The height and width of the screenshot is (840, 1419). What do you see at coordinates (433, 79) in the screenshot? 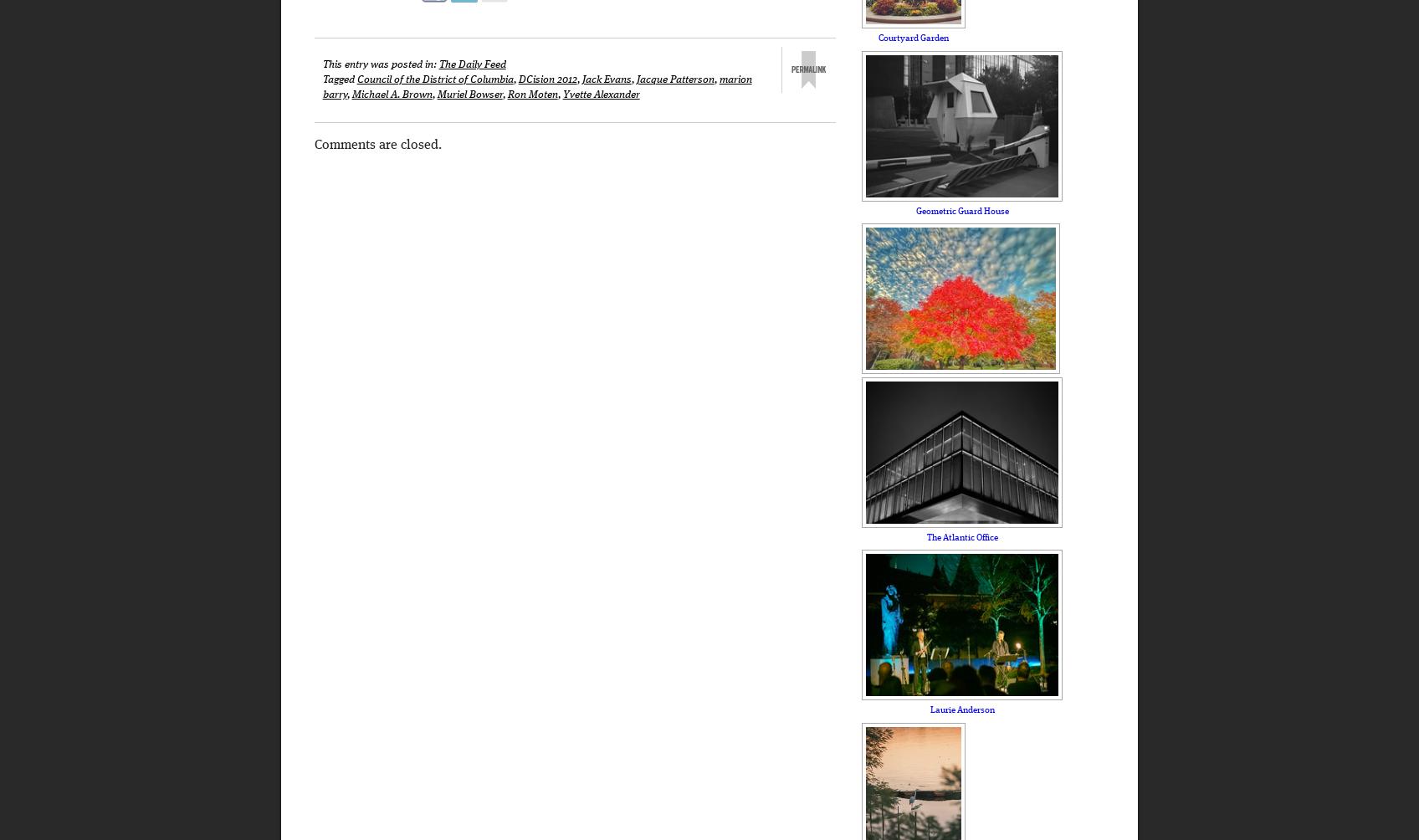
I see `'Council of the District of Columbia'` at bounding box center [433, 79].